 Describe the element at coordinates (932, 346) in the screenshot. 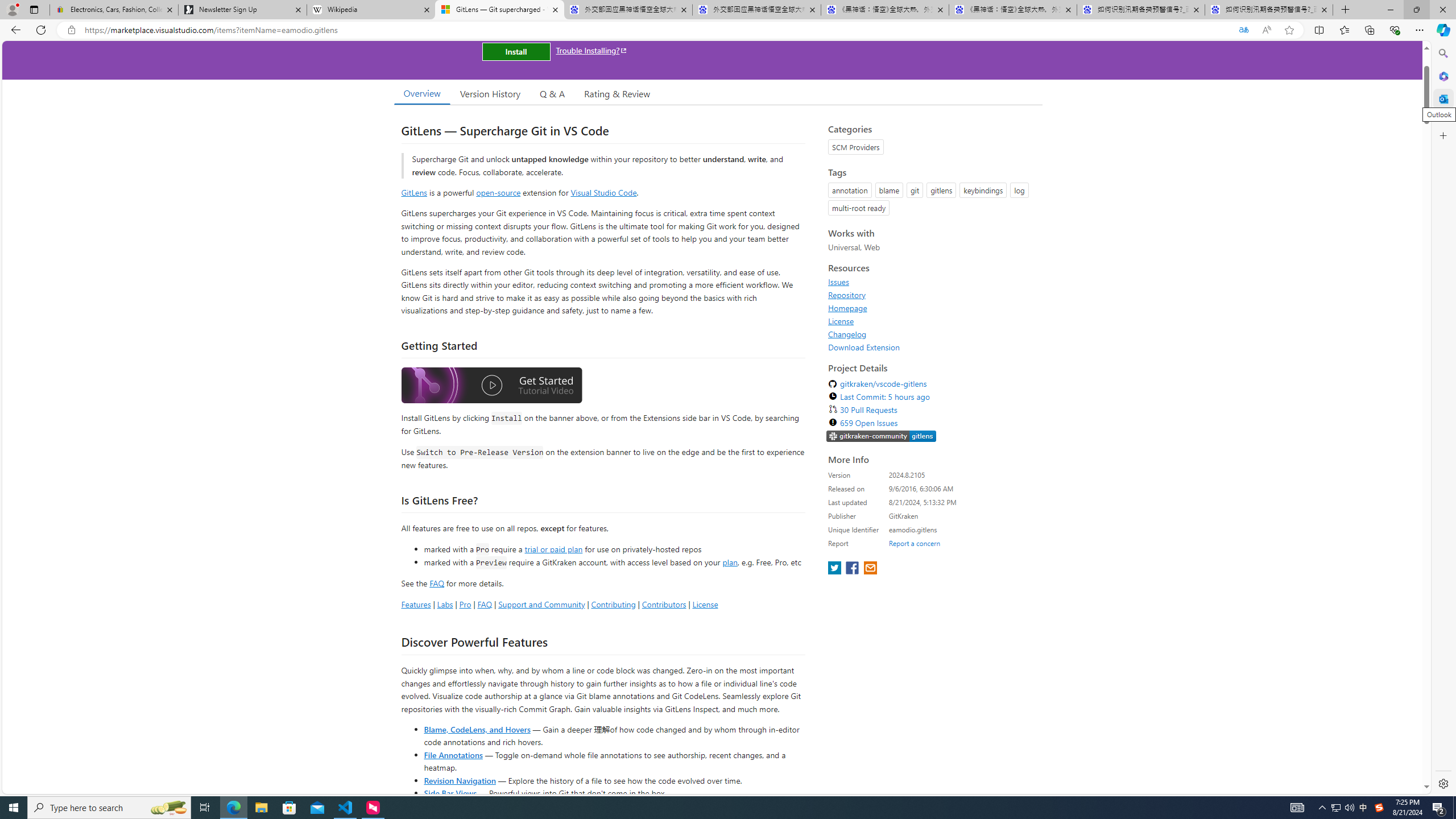

I see `'Download Extension'` at that location.